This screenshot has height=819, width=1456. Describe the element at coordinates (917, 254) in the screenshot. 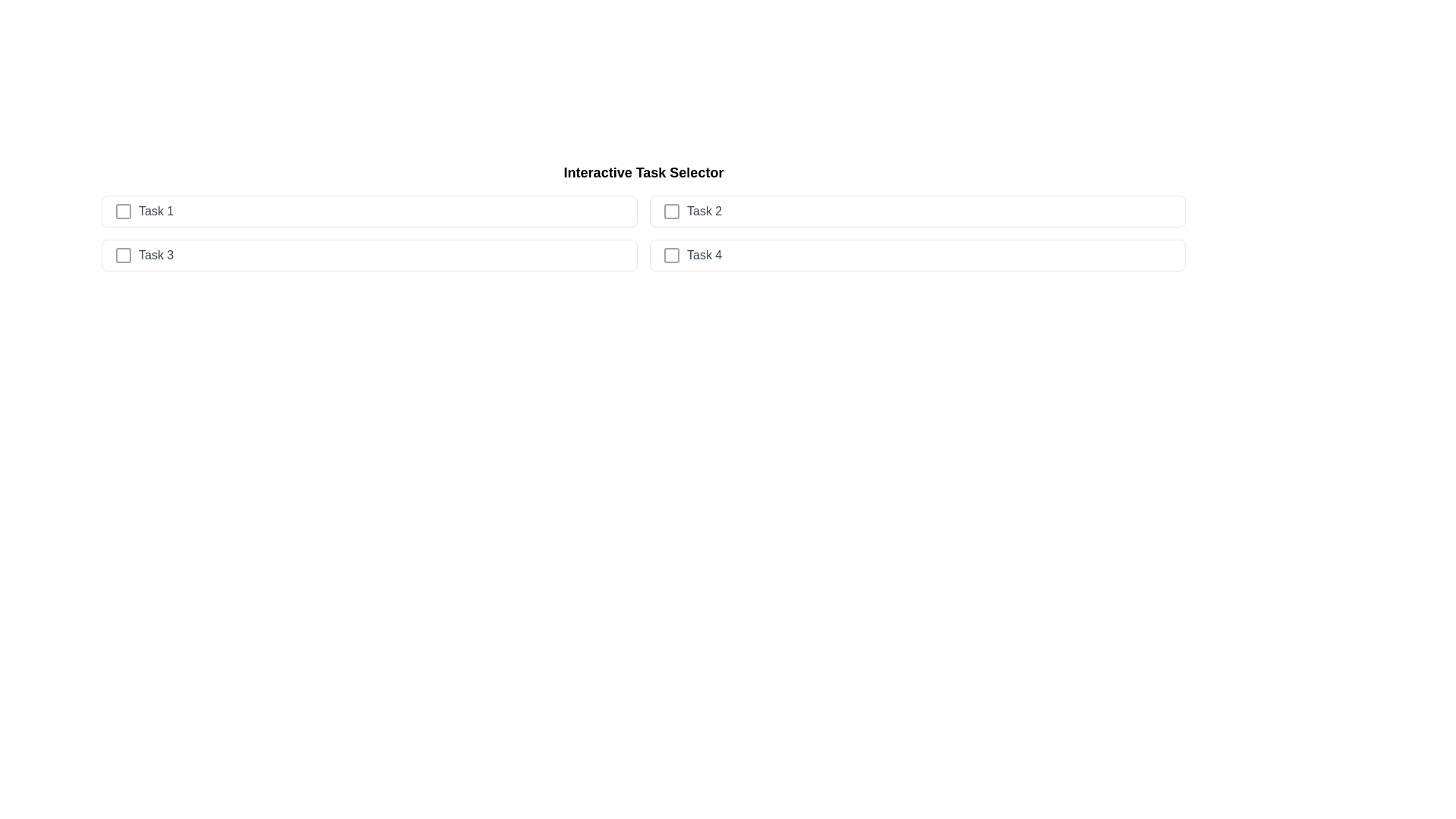

I see `the task item Task 4 to observe the hover effect` at that location.